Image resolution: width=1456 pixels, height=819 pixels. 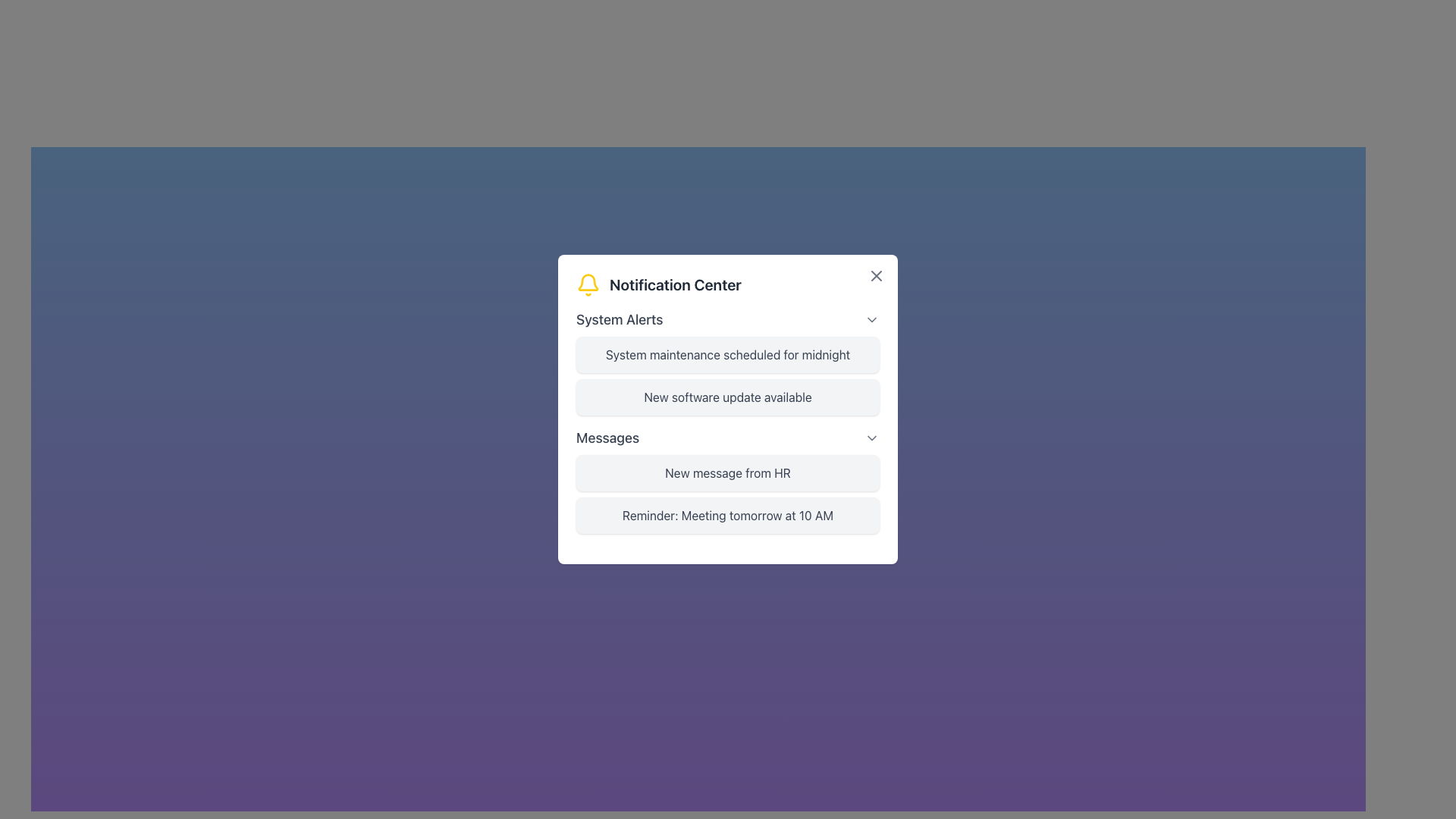 I want to click on the 'X' shaped close button located at the top-right corner of the notification dialog box, so click(x=877, y=275).